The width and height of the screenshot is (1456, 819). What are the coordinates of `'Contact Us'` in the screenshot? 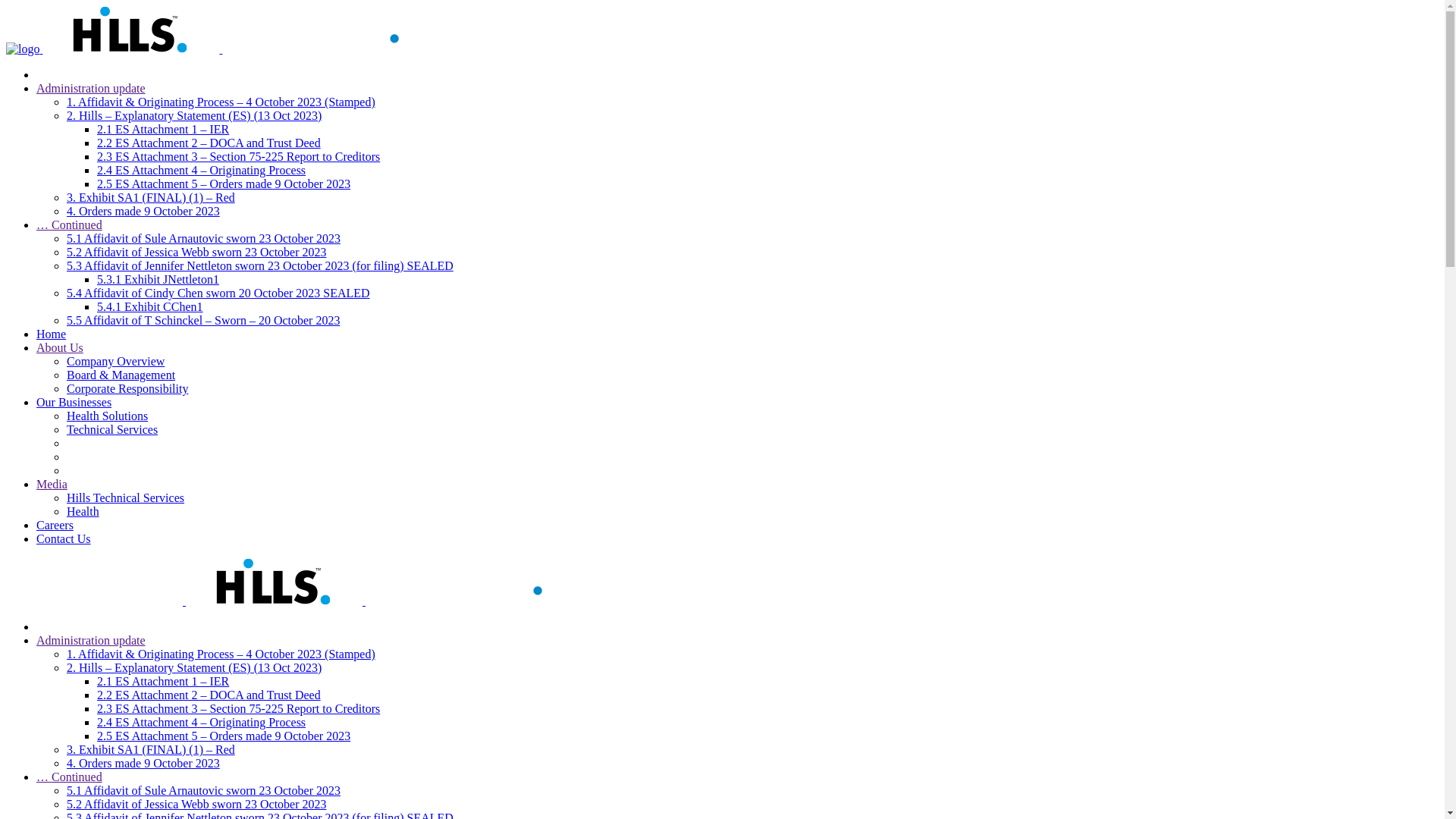 It's located at (62, 538).